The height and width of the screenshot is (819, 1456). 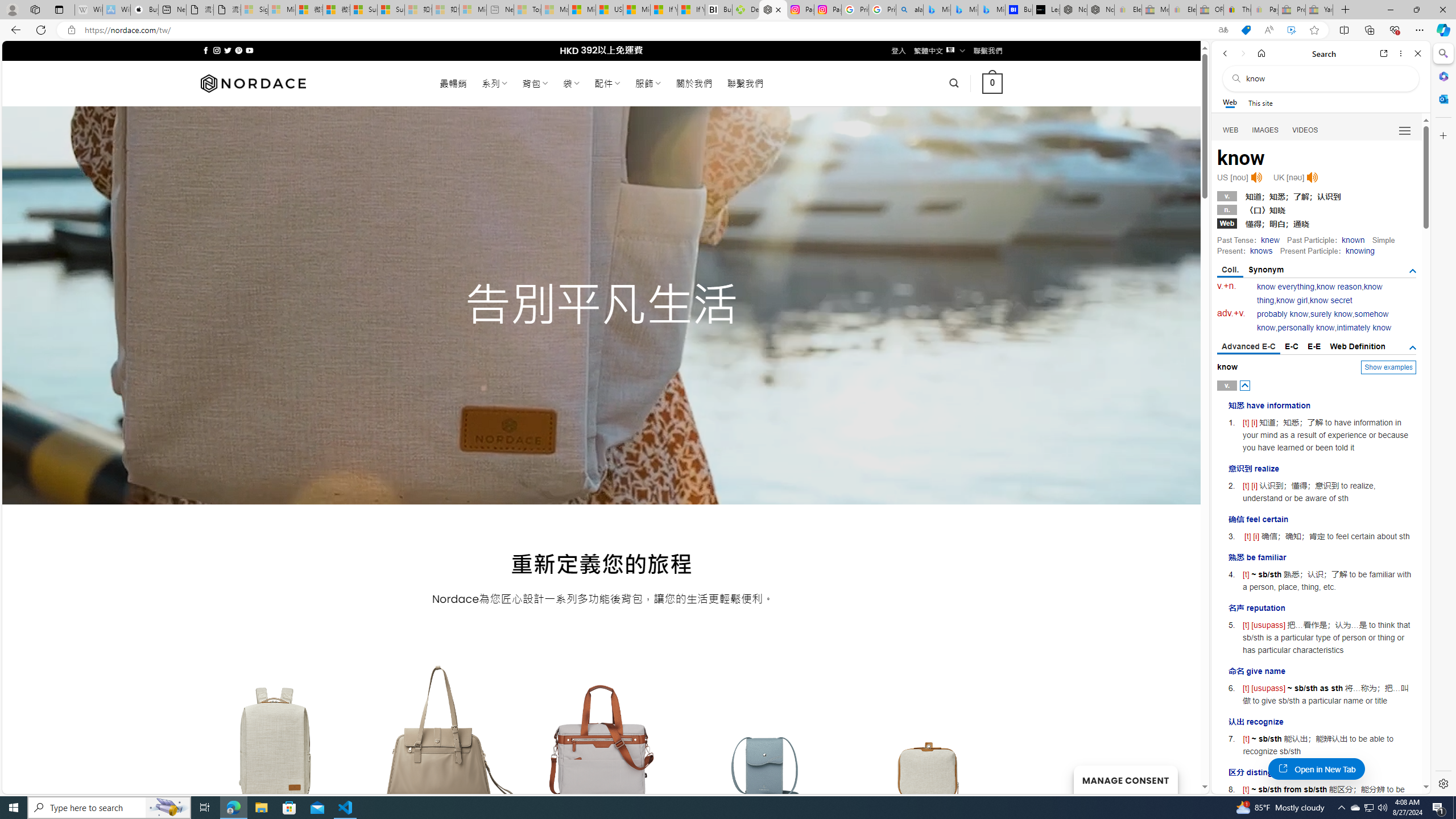 What do you see at coordinates (1270, 239) in the screenshot?
I see `'knew'` at bounding box center [1270, 239].